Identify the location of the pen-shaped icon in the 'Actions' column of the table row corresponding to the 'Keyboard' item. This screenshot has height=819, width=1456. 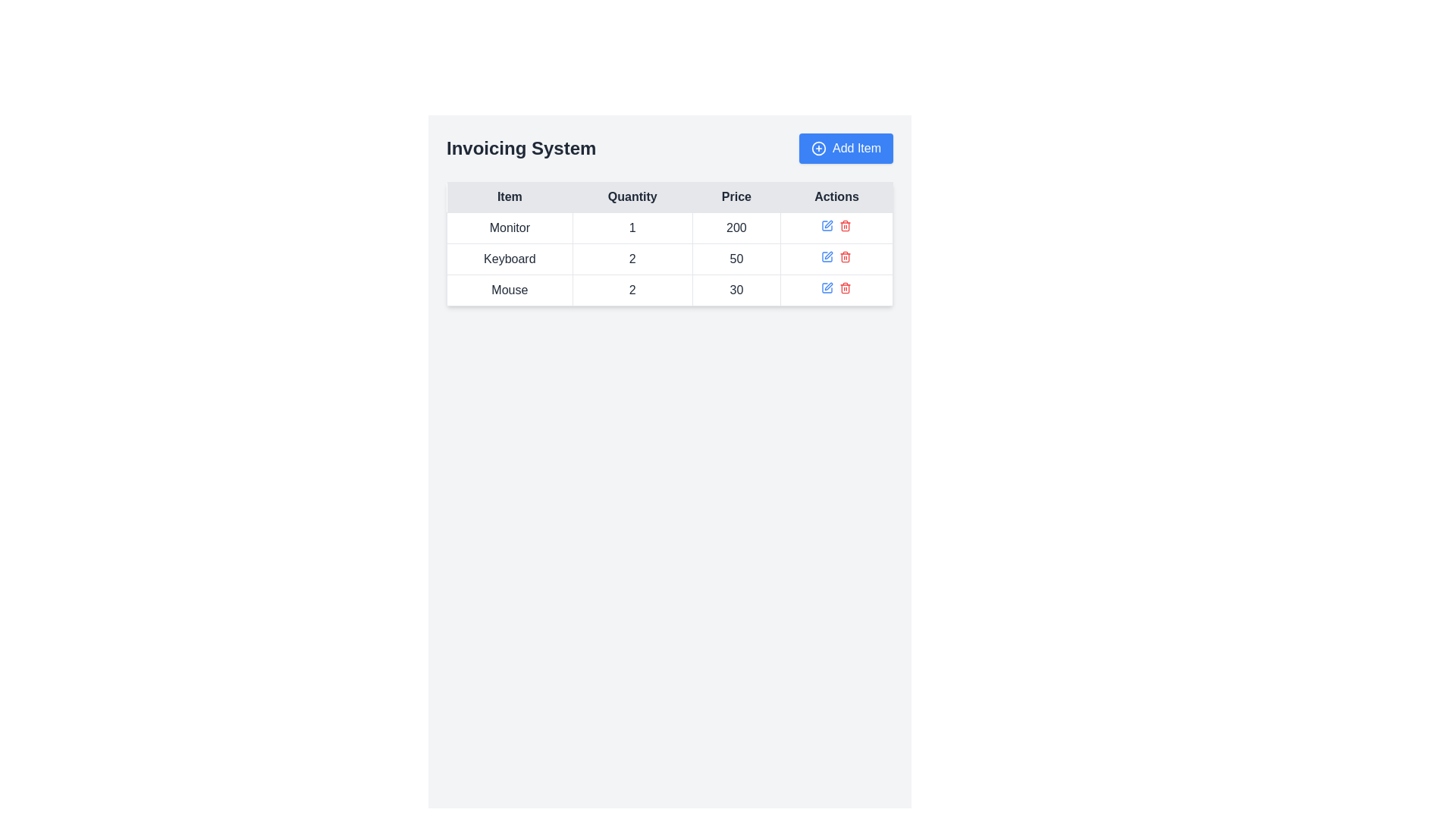
(828, 254).